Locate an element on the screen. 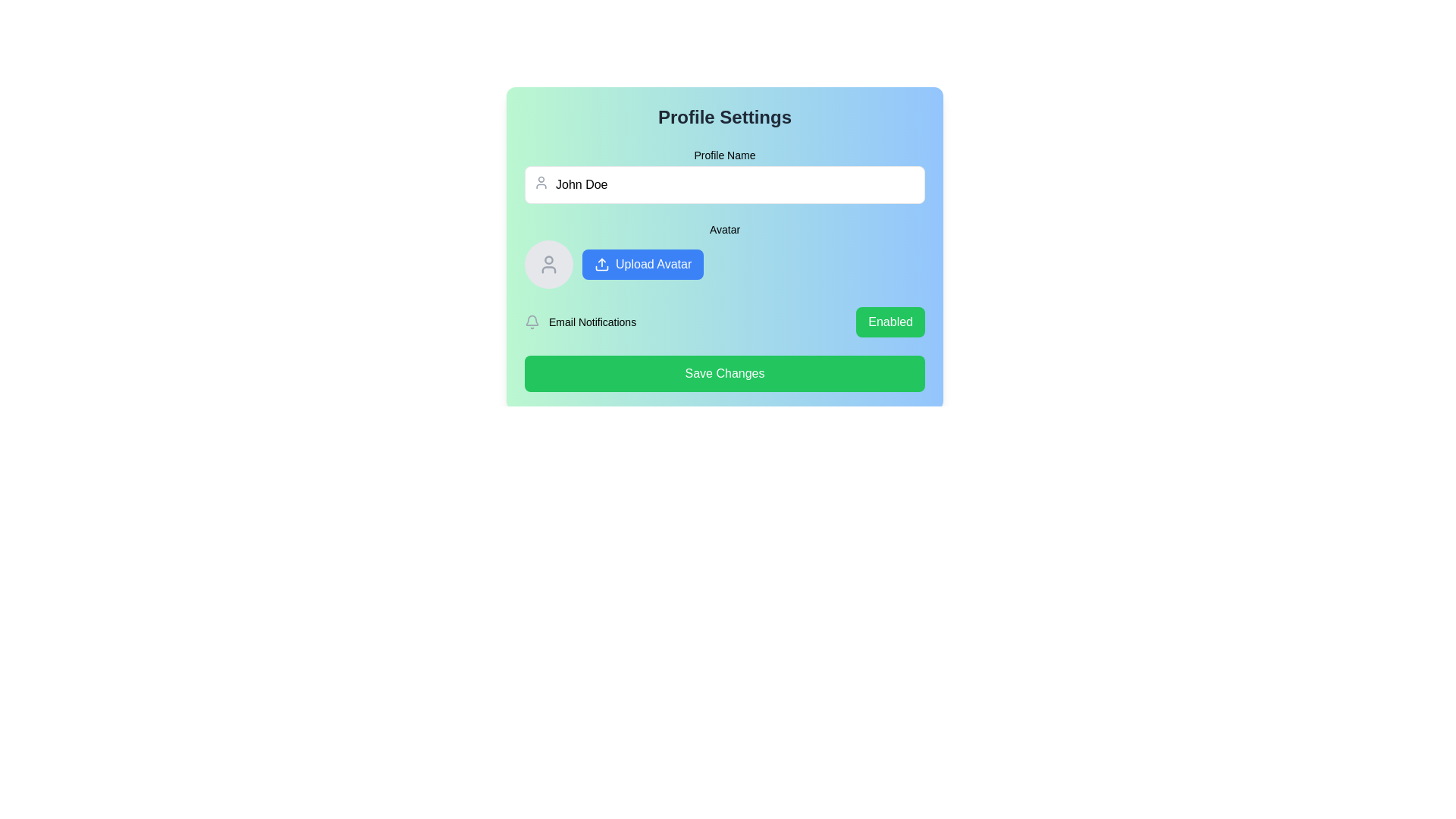 The width and height of the screenshot is (1456, 819). the bell-shaped icon component representing notification settings by clicking on its center is located at coordinates (532, 319).